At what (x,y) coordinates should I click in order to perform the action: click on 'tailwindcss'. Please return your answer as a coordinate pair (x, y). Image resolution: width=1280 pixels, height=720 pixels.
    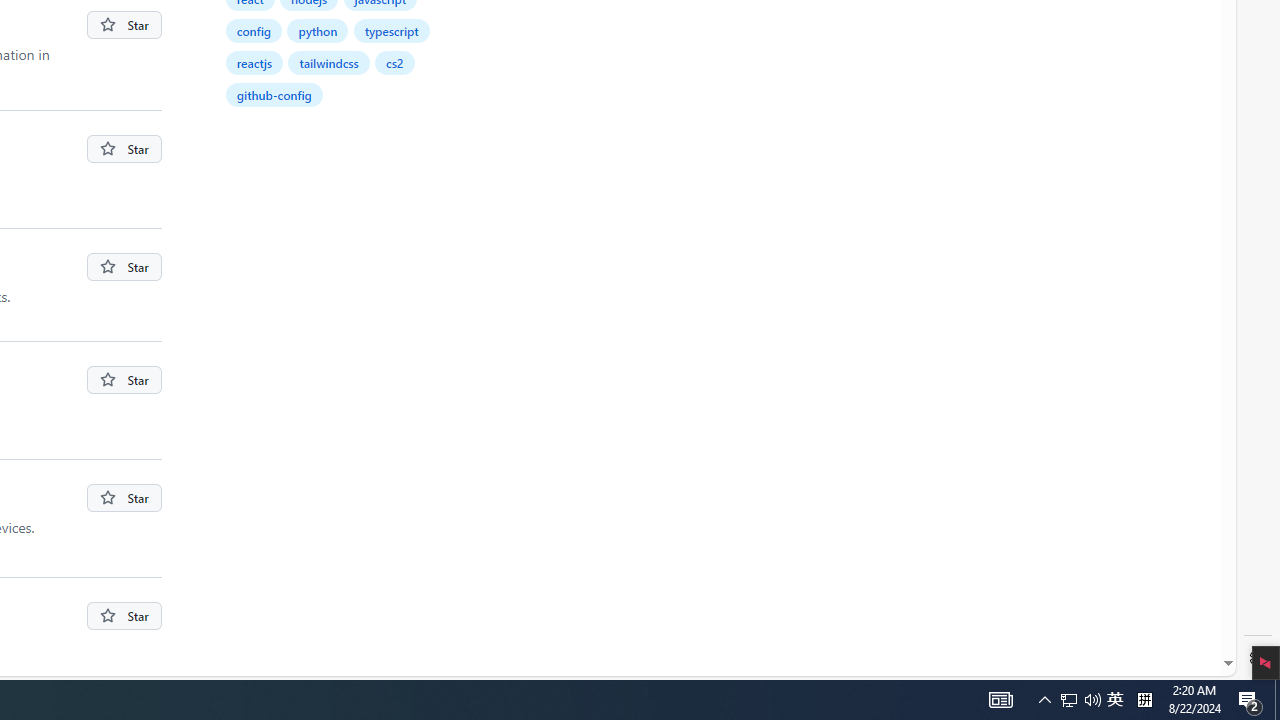
    Looking at the image, I should click on (328, 61).